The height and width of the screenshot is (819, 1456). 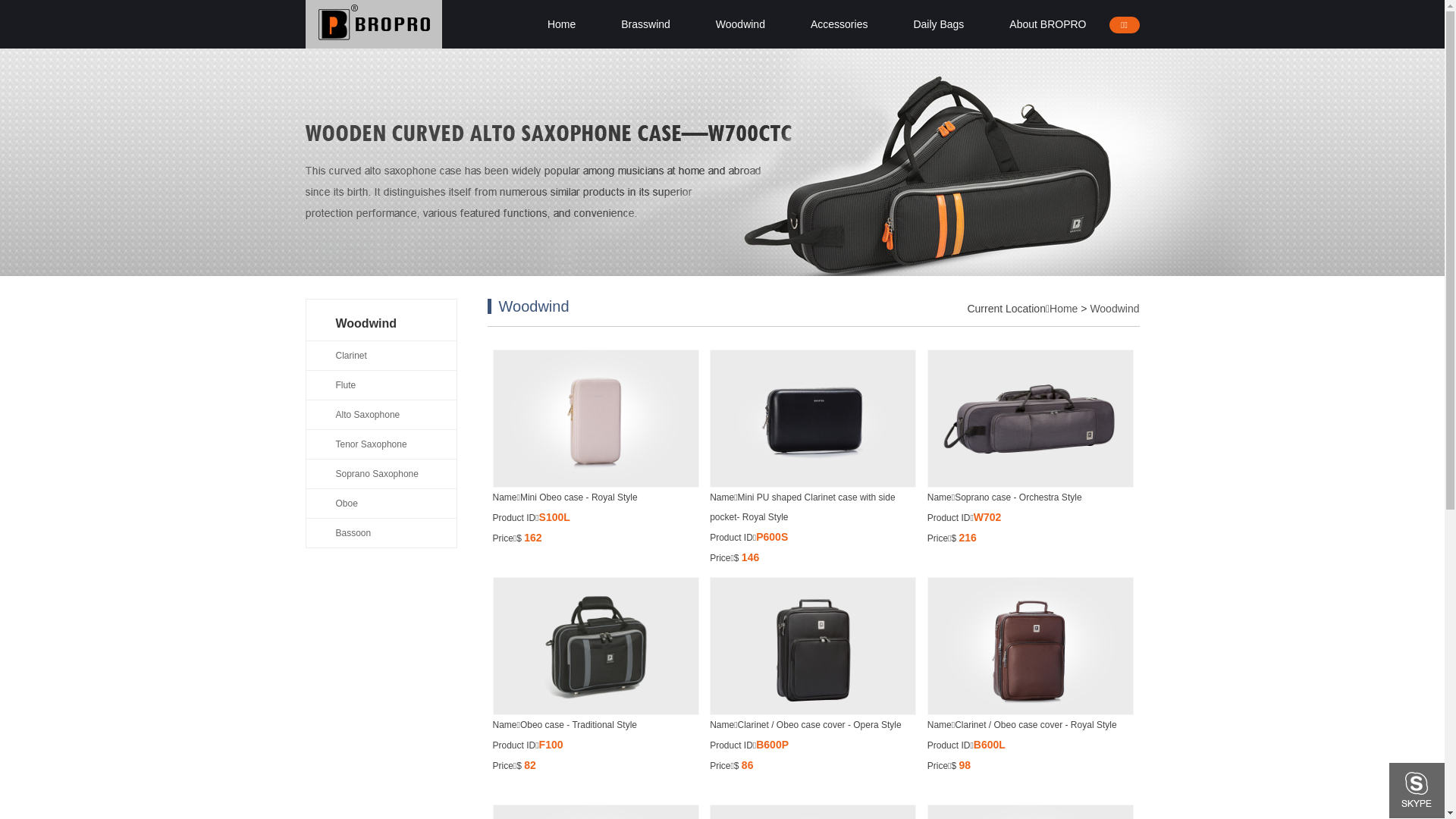 What do you see at coordinates (380, 384) in the screenshot?
I see `'Flute'` at bounding box center [380, 384].